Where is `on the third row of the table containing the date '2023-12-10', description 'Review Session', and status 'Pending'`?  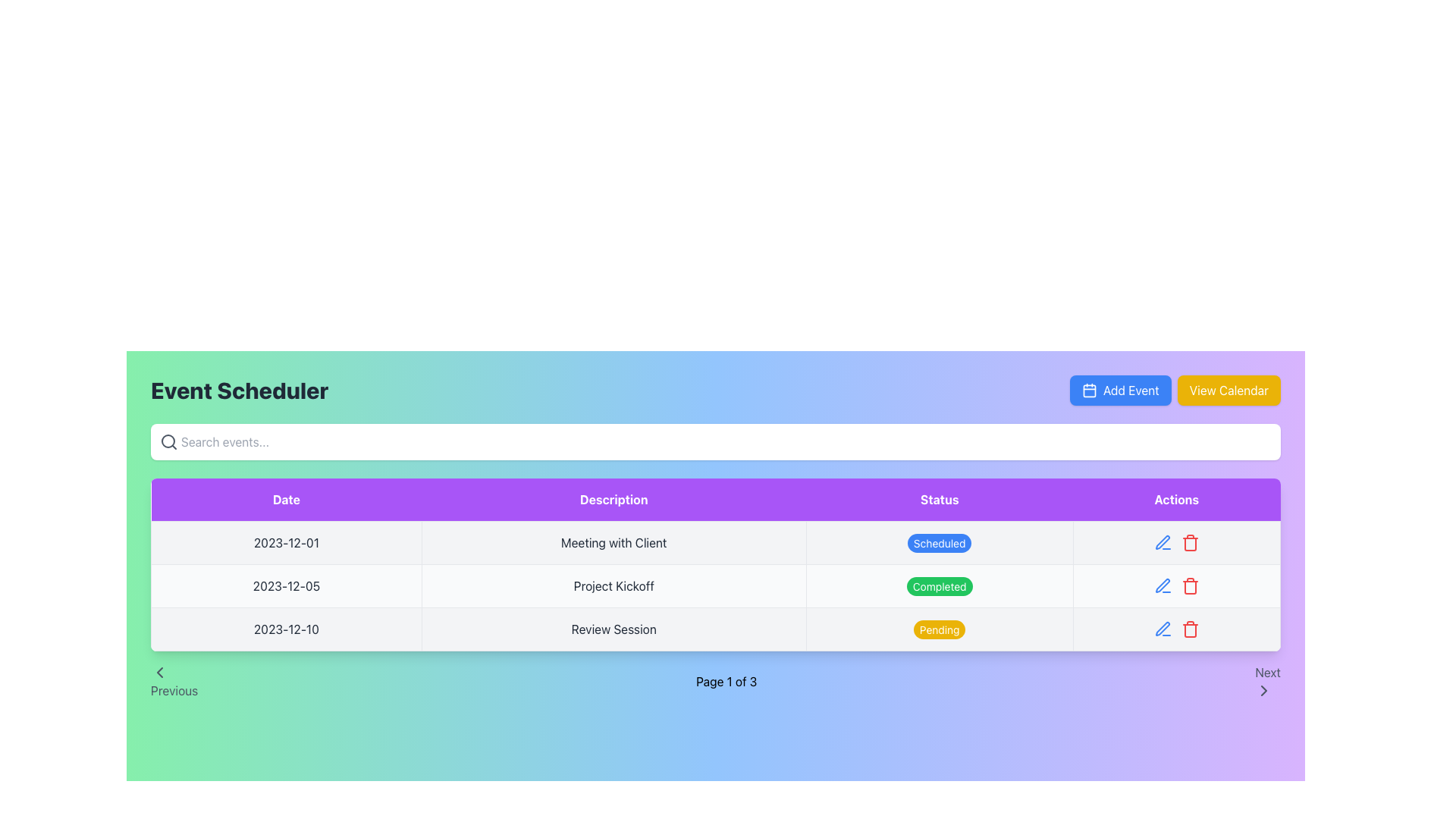
on the third row of the table containing the date '2023-12-10', description 'Review Session', and status 'Pending' is located at coordinates (715, 629).